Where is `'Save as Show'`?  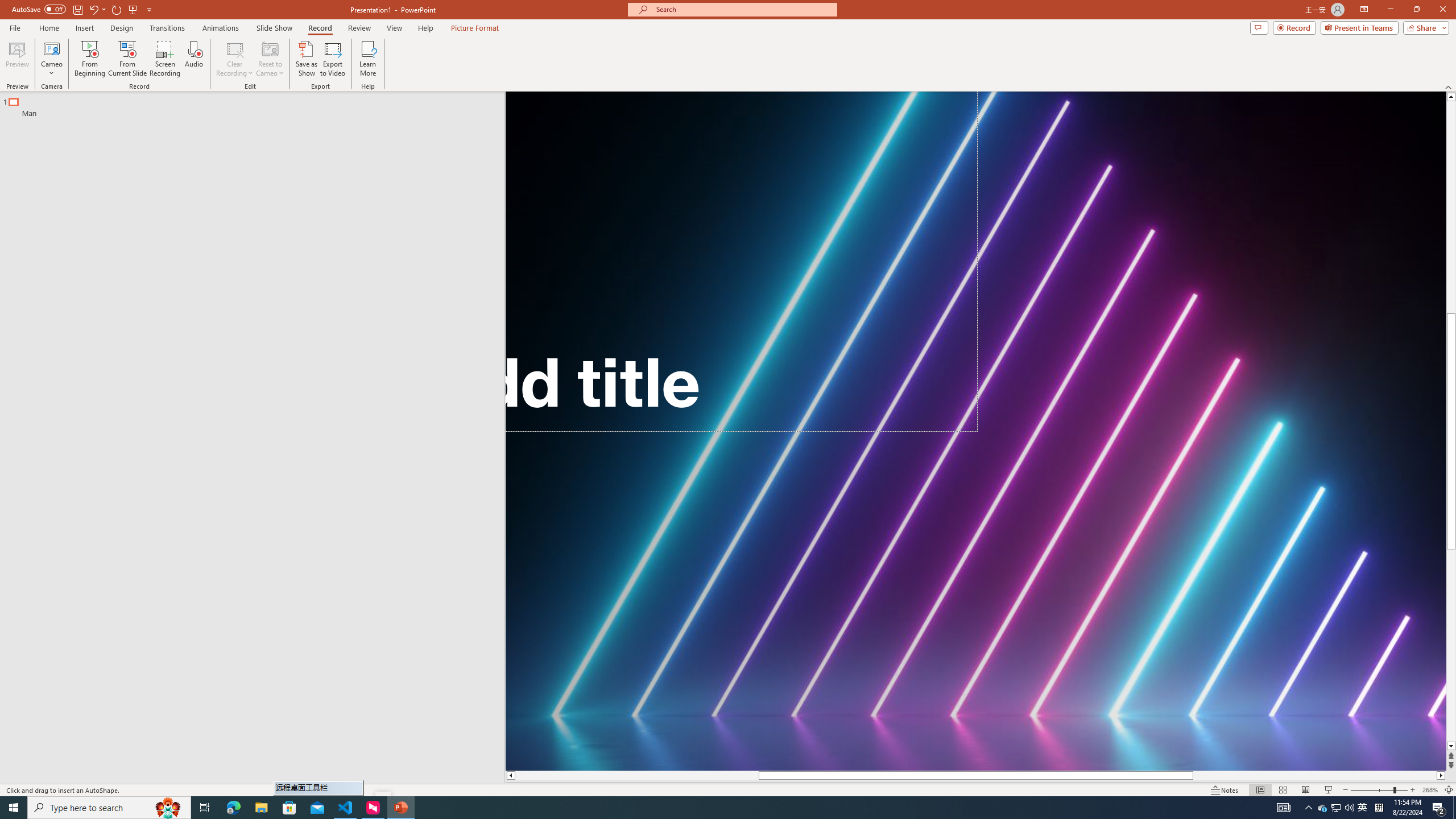
'Save as Show' is located at coordinates (306, 59).